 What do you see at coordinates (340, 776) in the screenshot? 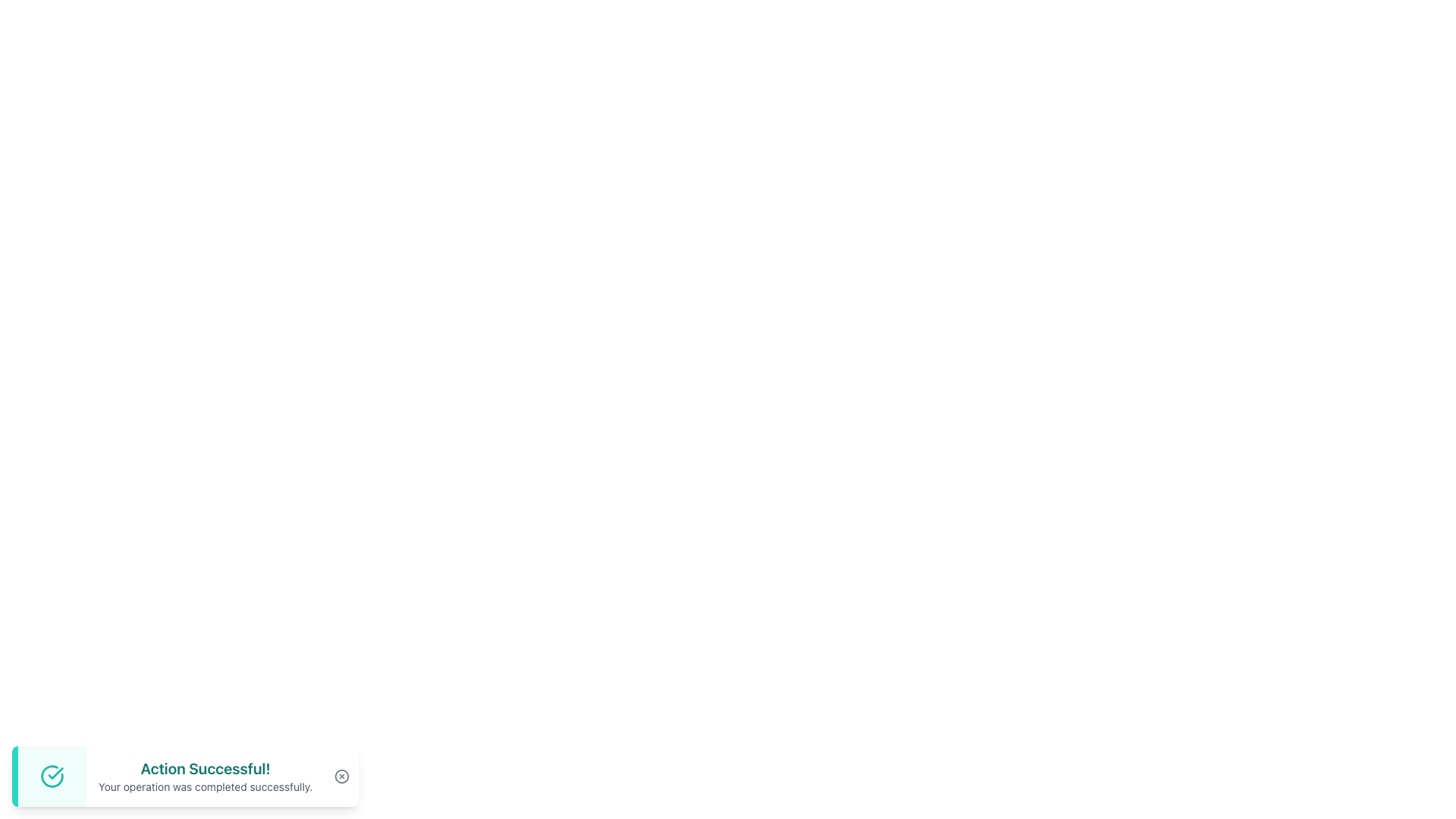
I see `the circular icon button with a thin gray border and a cross inside, located at the far-right edge of the notification message box to change the icon color` at bounding box center [340, 776].